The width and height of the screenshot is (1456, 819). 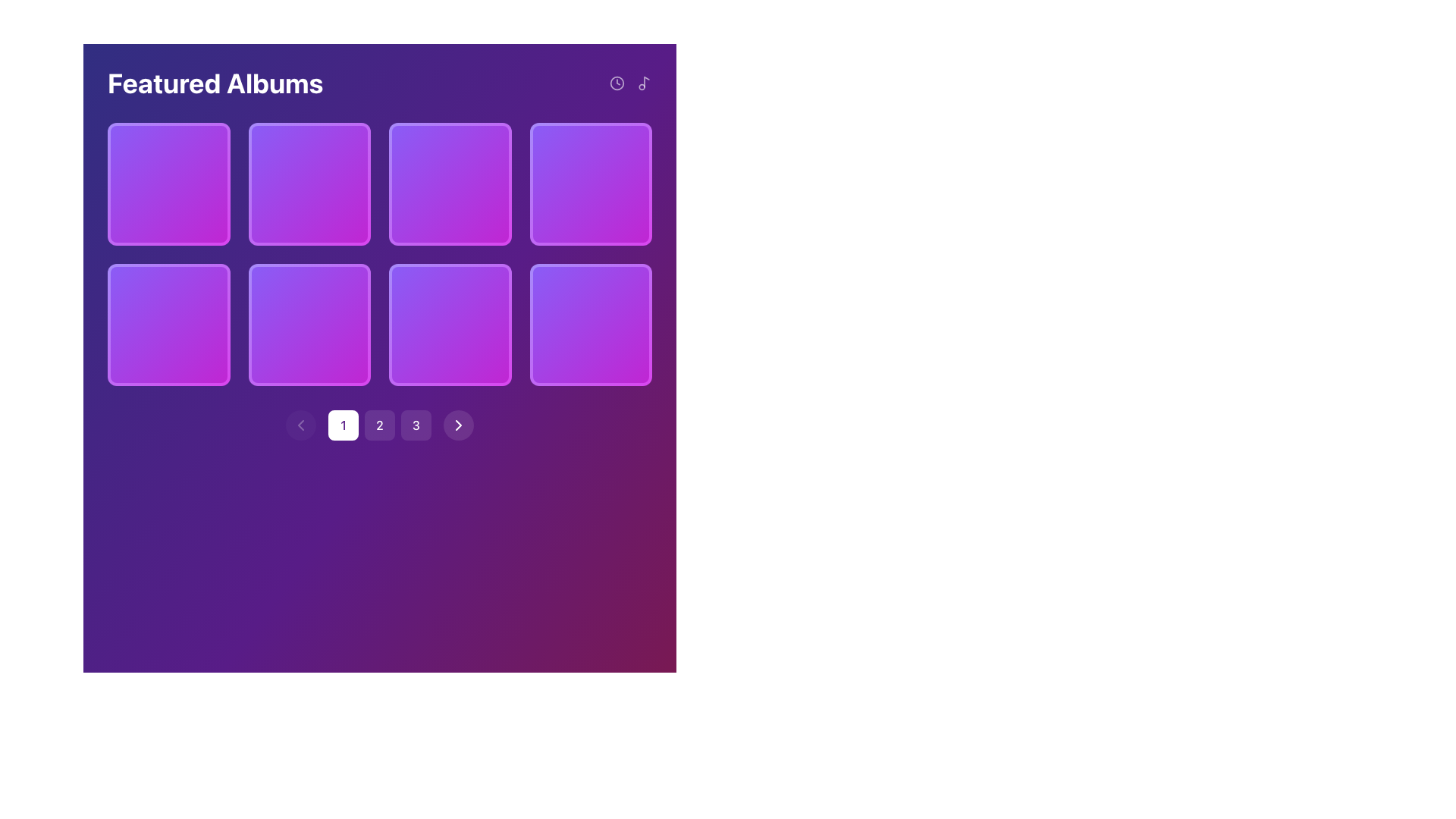 What do you see at coordinates (590, 183) in the screenshot?
I see `the interactive tile with a gradient background transitioning from violet to fuchsia, located in the top row, third column of the album feature section, to interact or view details` at bounding box center [590, 183].